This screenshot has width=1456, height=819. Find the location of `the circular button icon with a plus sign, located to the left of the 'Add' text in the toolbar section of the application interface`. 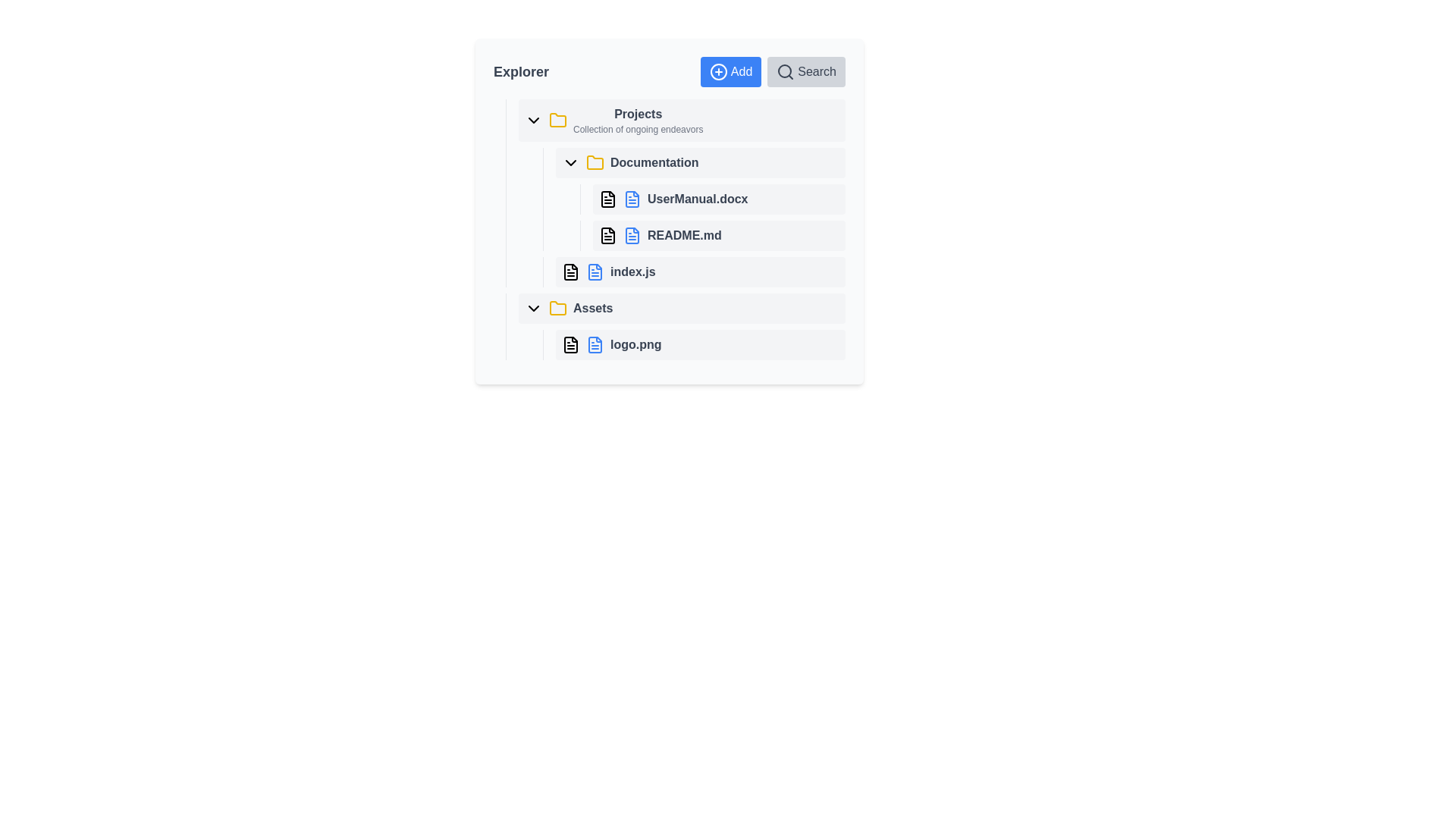

the circular button icon with a plus sign, located to the left of the 'Add' text in the toolbar section of the application interface is located at coordinates (717, 72).